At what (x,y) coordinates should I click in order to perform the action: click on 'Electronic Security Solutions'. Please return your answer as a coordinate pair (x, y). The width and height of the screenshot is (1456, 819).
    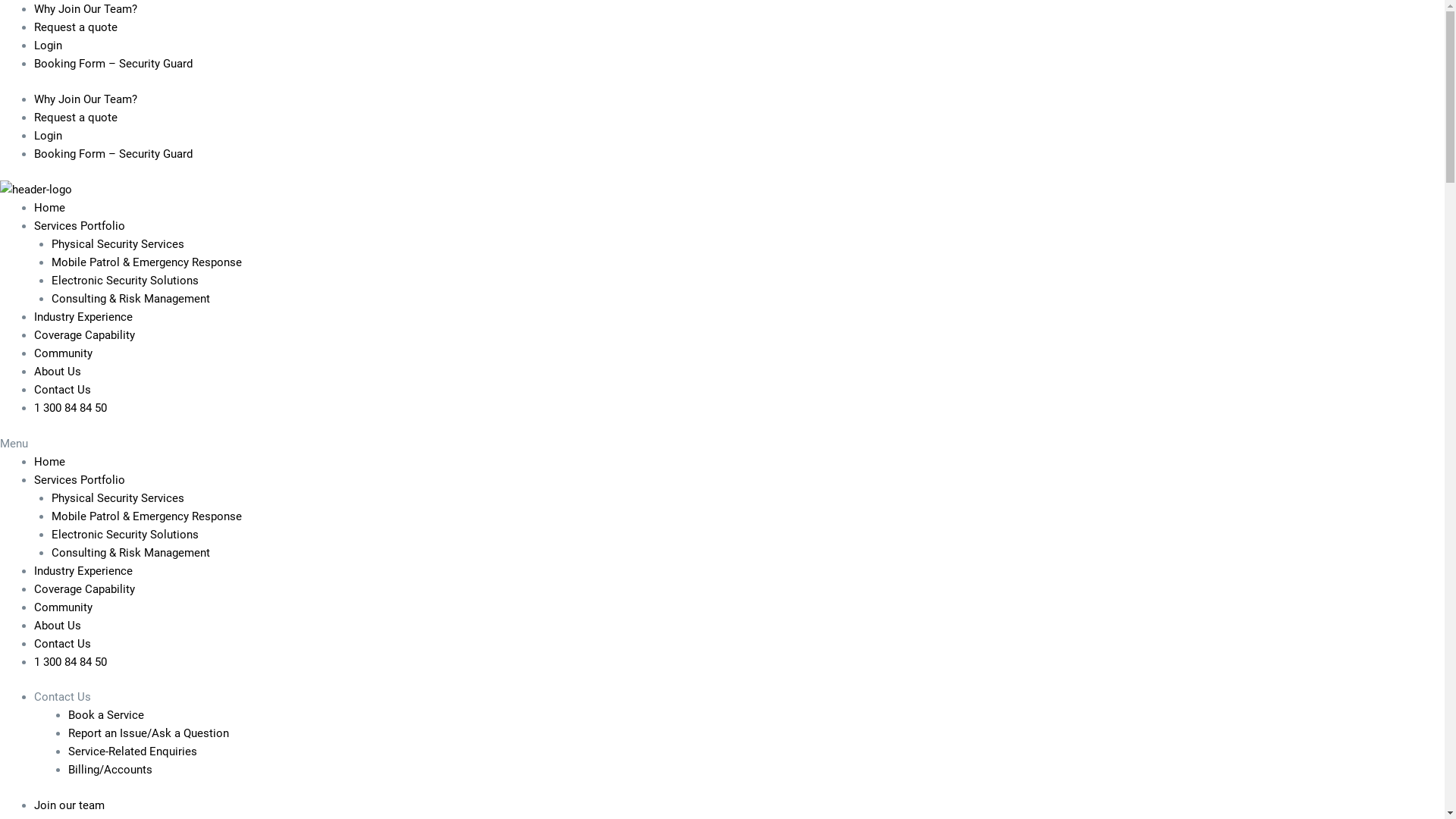
    Looking at the image, I should click on (51, 281).